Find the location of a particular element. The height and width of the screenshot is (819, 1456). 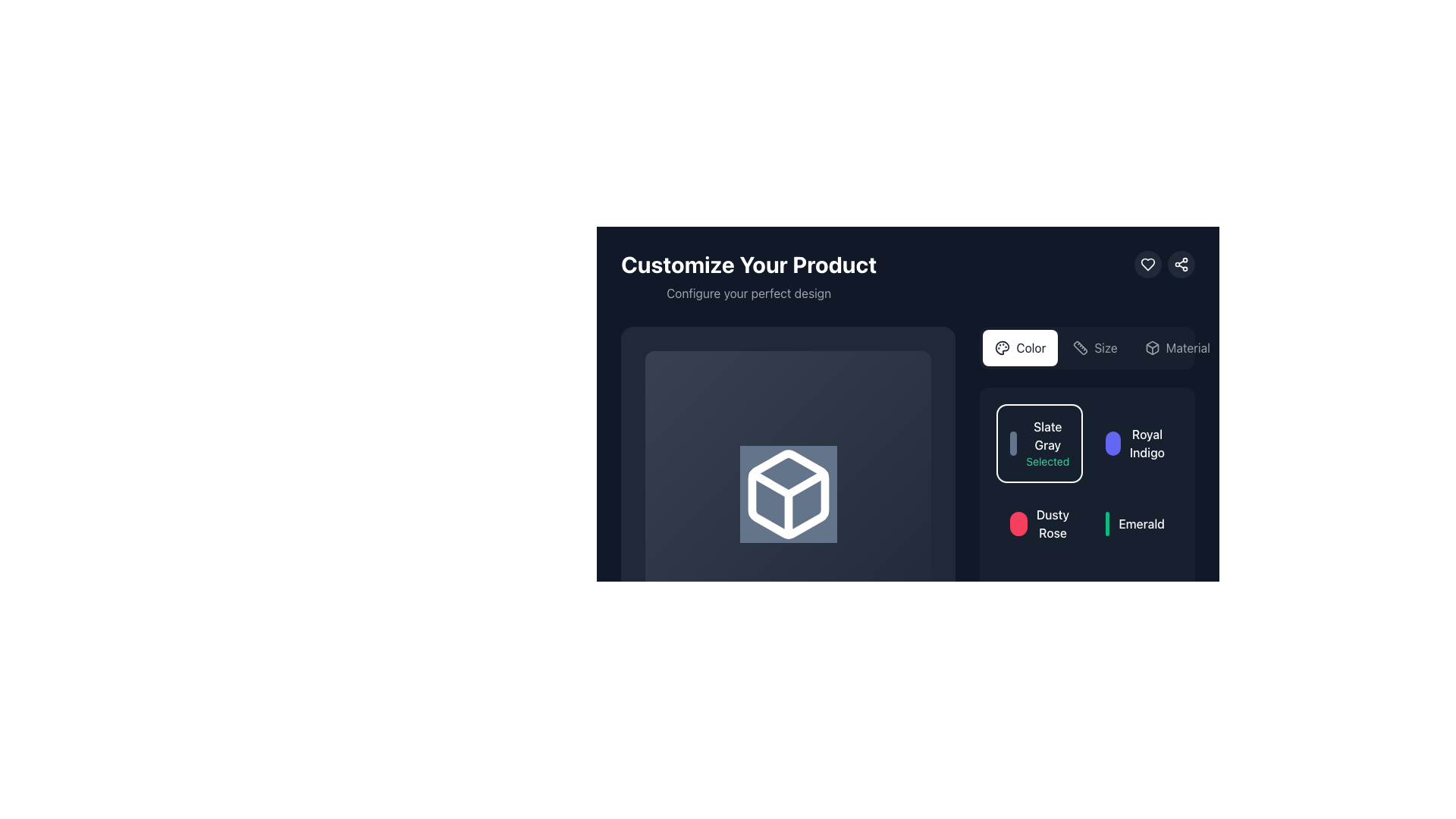

the circular share icon with a dark gray background located in the top-right corner of the interface is located at coordinates (1181, 263).